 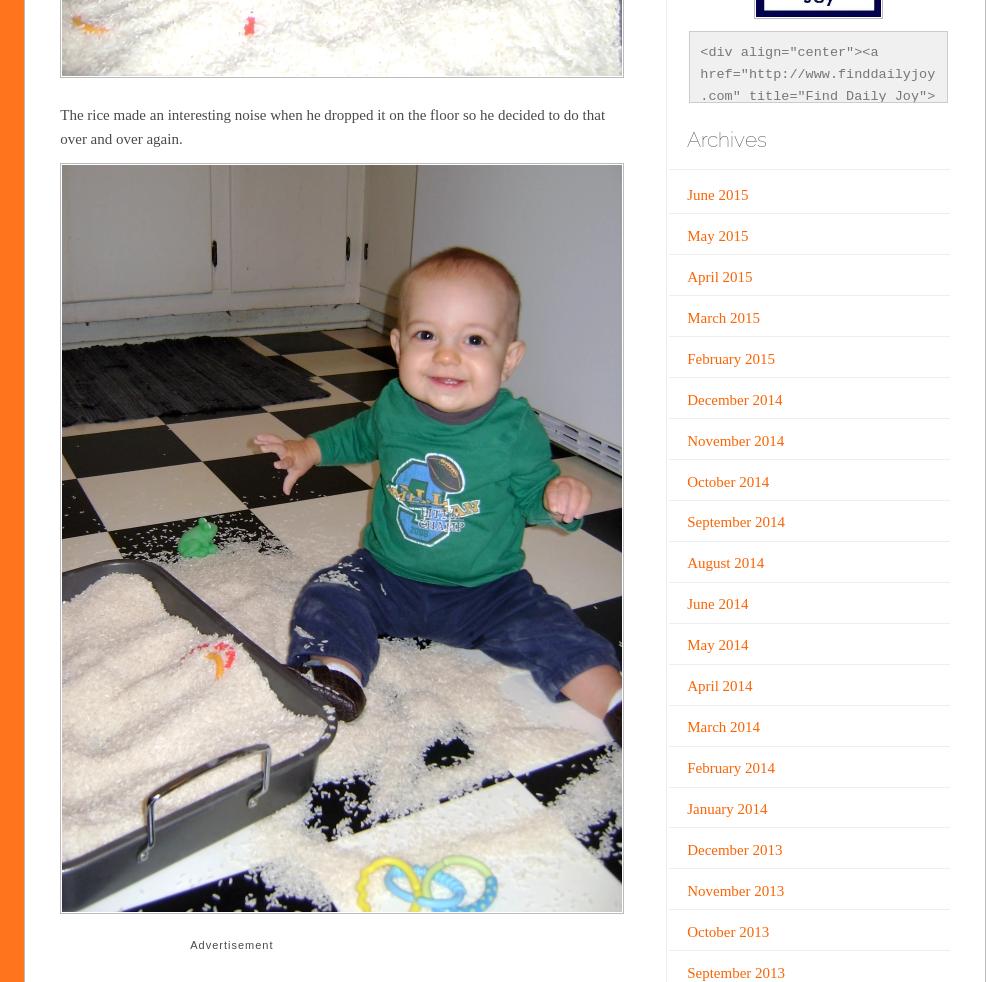 What do you see at coordinates (724, 561) in the screenshot?
I see `'August 2014'` at bounding box center [724, 561].